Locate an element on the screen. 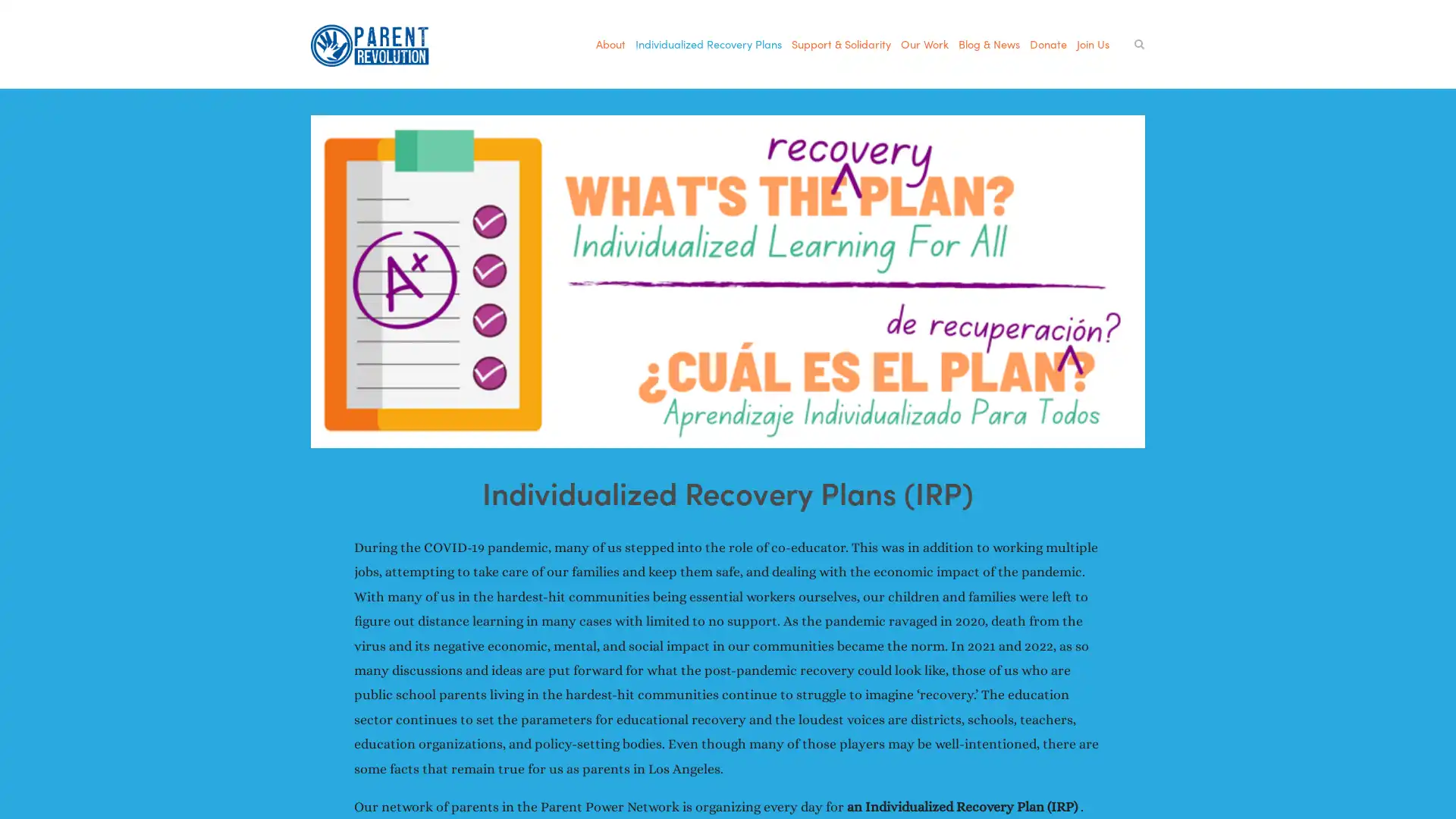 This screenshot has height=819, width=1456. Close is located at coordinates (993, 121).